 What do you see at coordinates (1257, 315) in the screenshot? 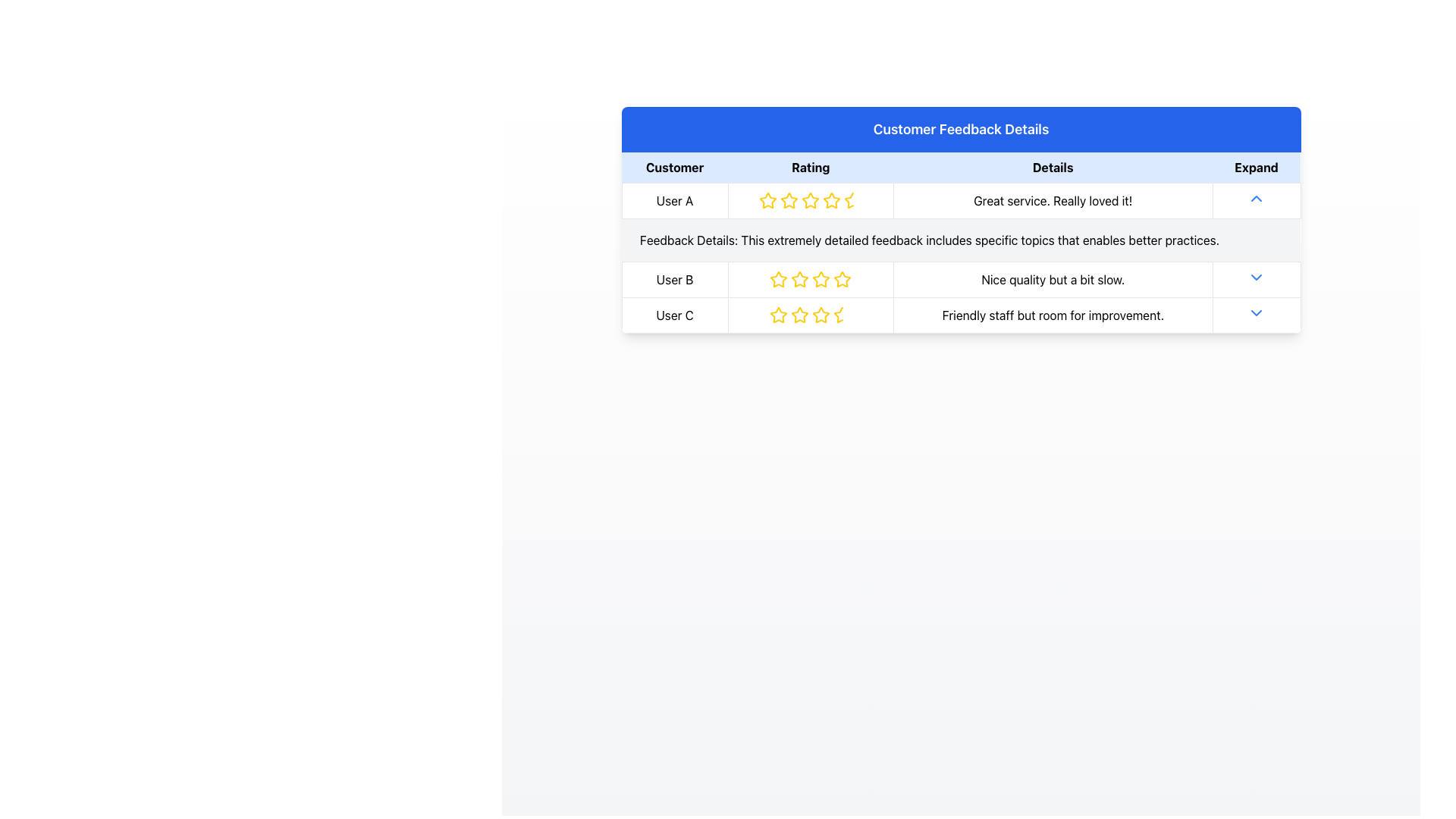
I see `the Icon Button located in the 'Expand' column of the last row of the table` at bounding box center [1257, 315].